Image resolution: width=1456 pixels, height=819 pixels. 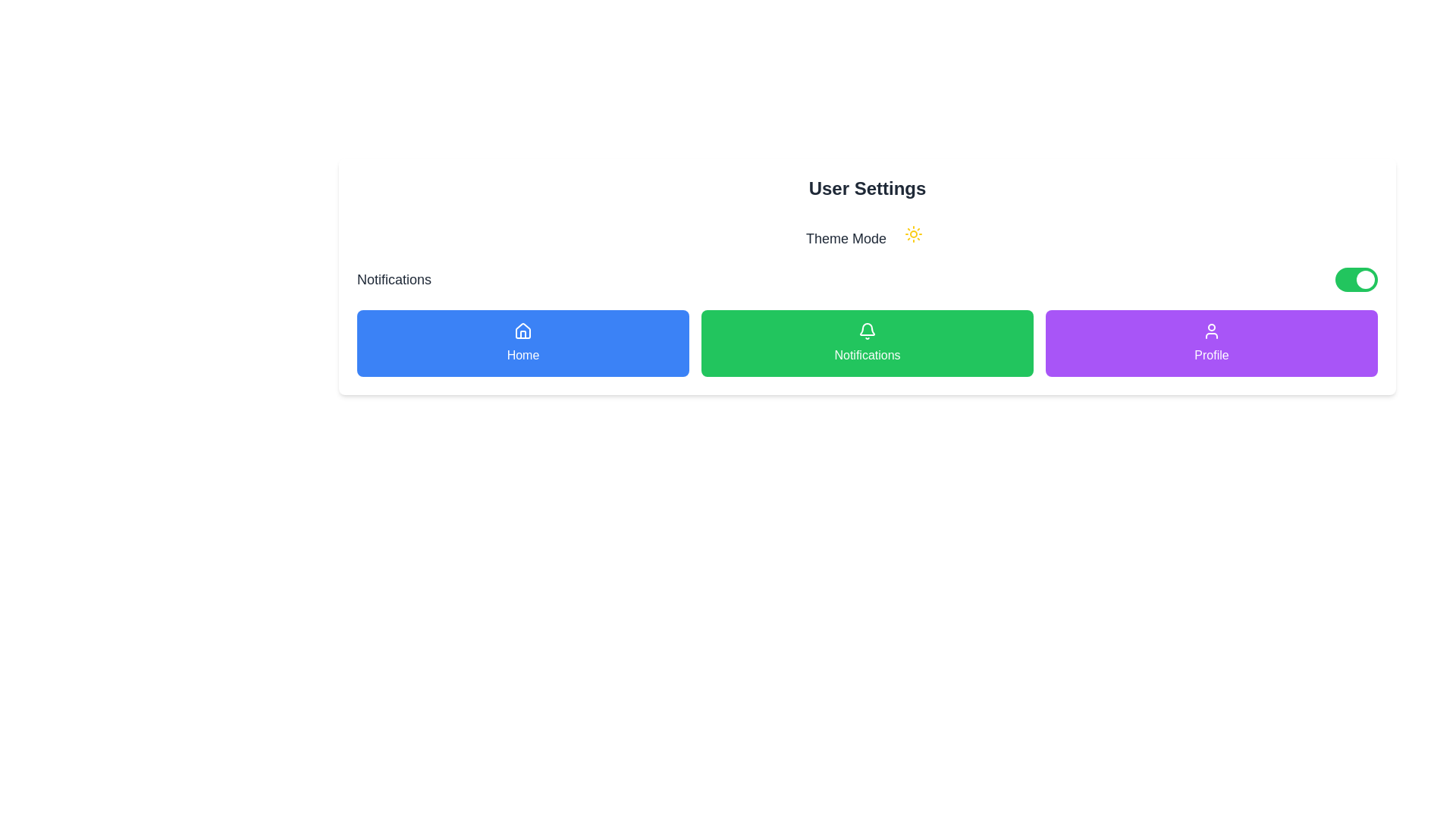 I want to click on the active toggle switch with a green background and a white circular handle, so click(x=1357, y=280).